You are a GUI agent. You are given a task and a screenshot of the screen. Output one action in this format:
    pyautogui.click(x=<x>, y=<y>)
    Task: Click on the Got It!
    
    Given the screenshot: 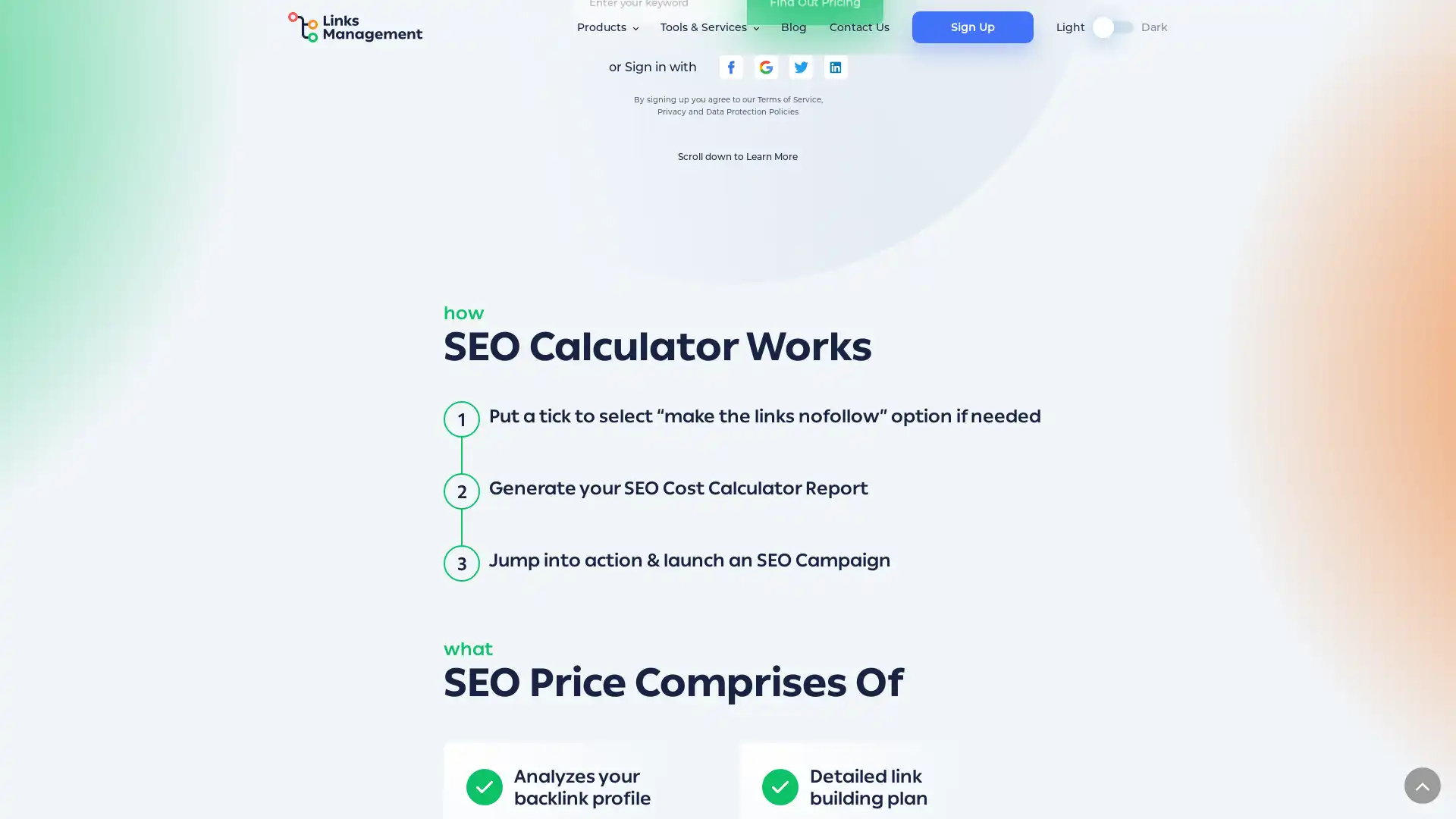 What is the action you would take?
    pyautogui.click(x=1025, y=792)
    